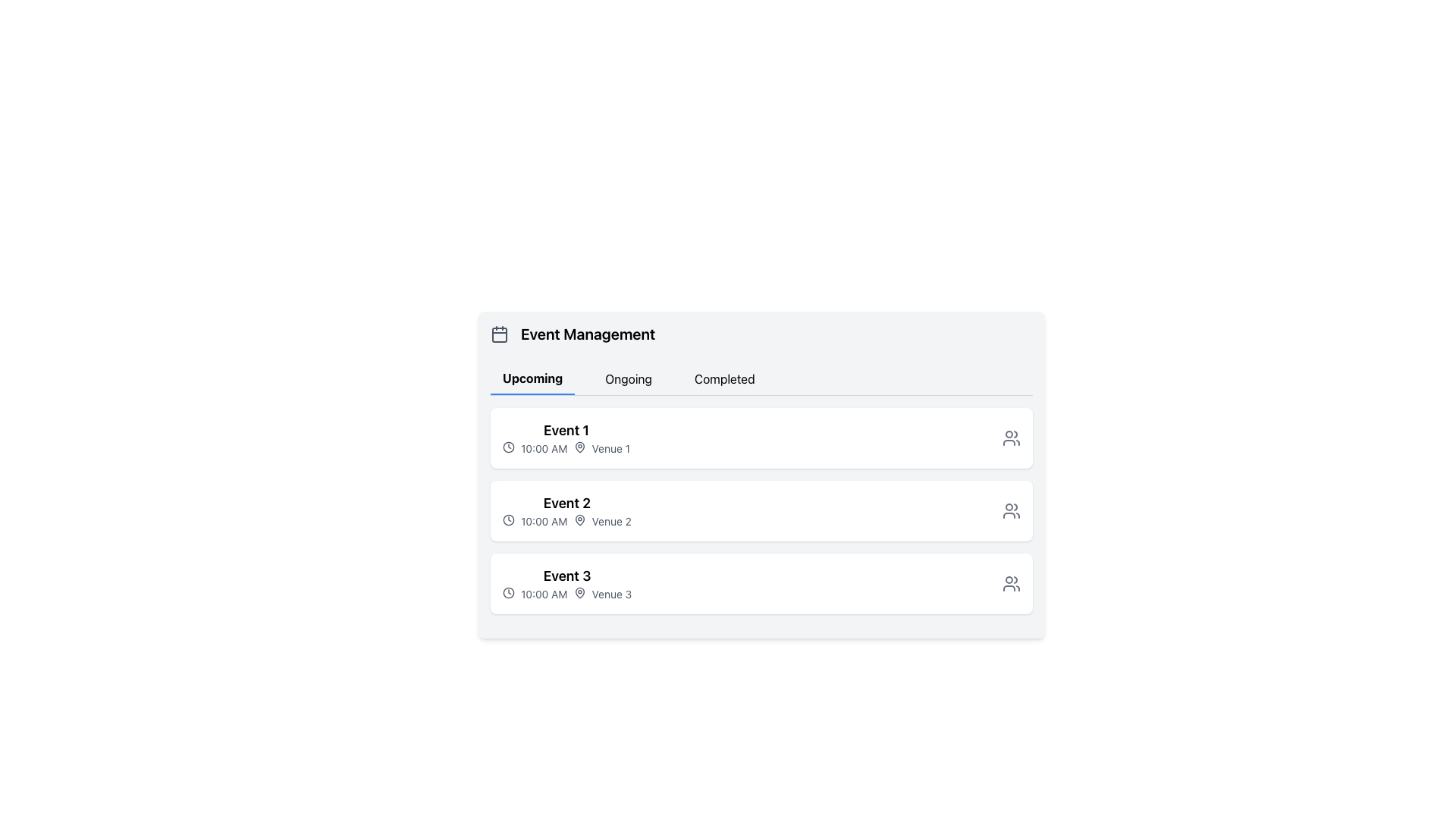 This screenshot has width=1456, height=819. Describe the element at coordinates (509, 447) in the screenshot. I see `the SVG circle within the clock icon that visually indicates time-related information for 'Event 1' in the 'Upcoming' section` at that location.